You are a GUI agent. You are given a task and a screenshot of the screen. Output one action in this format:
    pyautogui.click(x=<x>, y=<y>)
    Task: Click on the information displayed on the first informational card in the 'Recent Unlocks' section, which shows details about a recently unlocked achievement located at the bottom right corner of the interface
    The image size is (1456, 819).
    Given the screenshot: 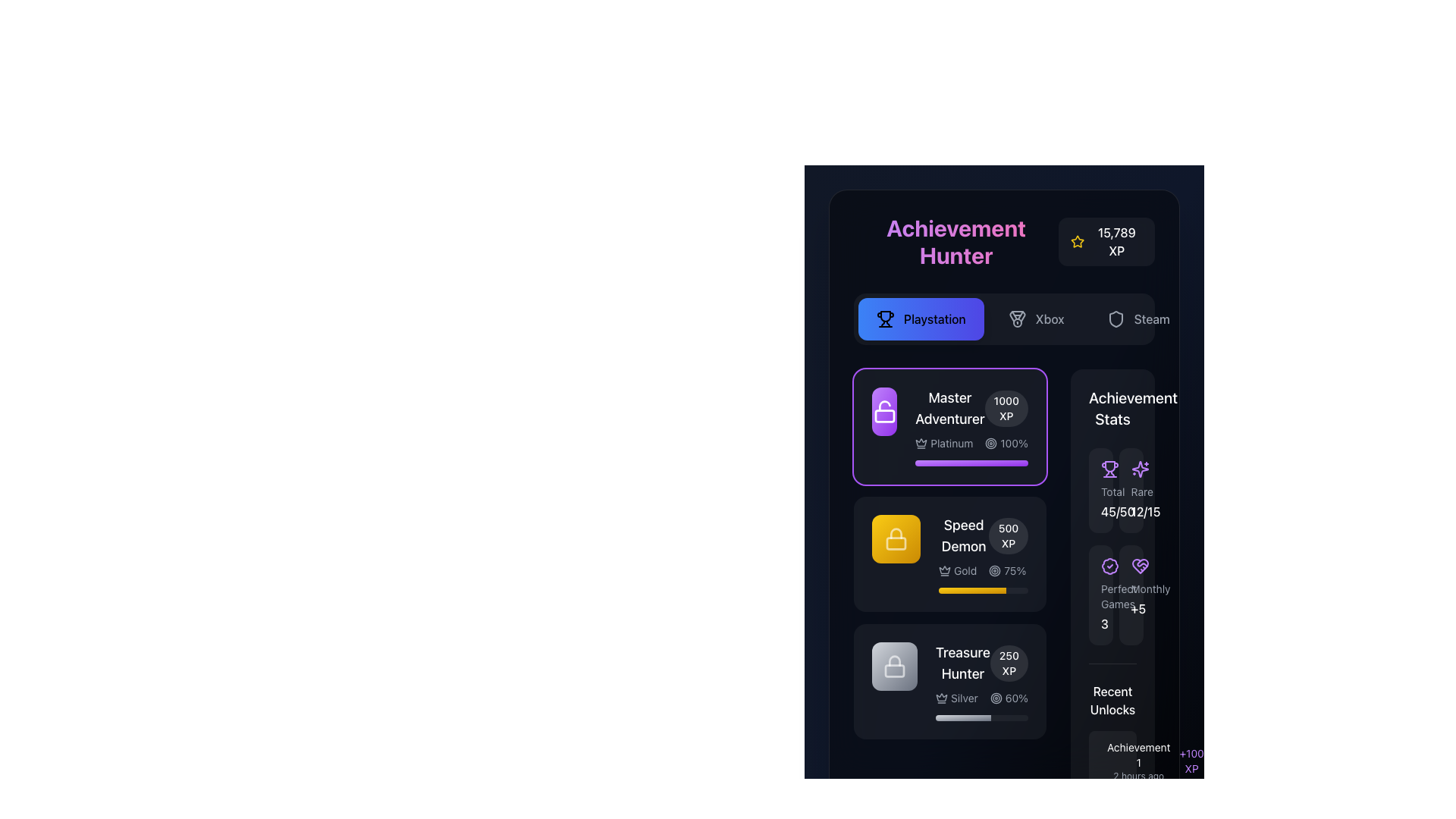 What is the action you would take?
    pyautogui.click(x=1112, y=761)
    